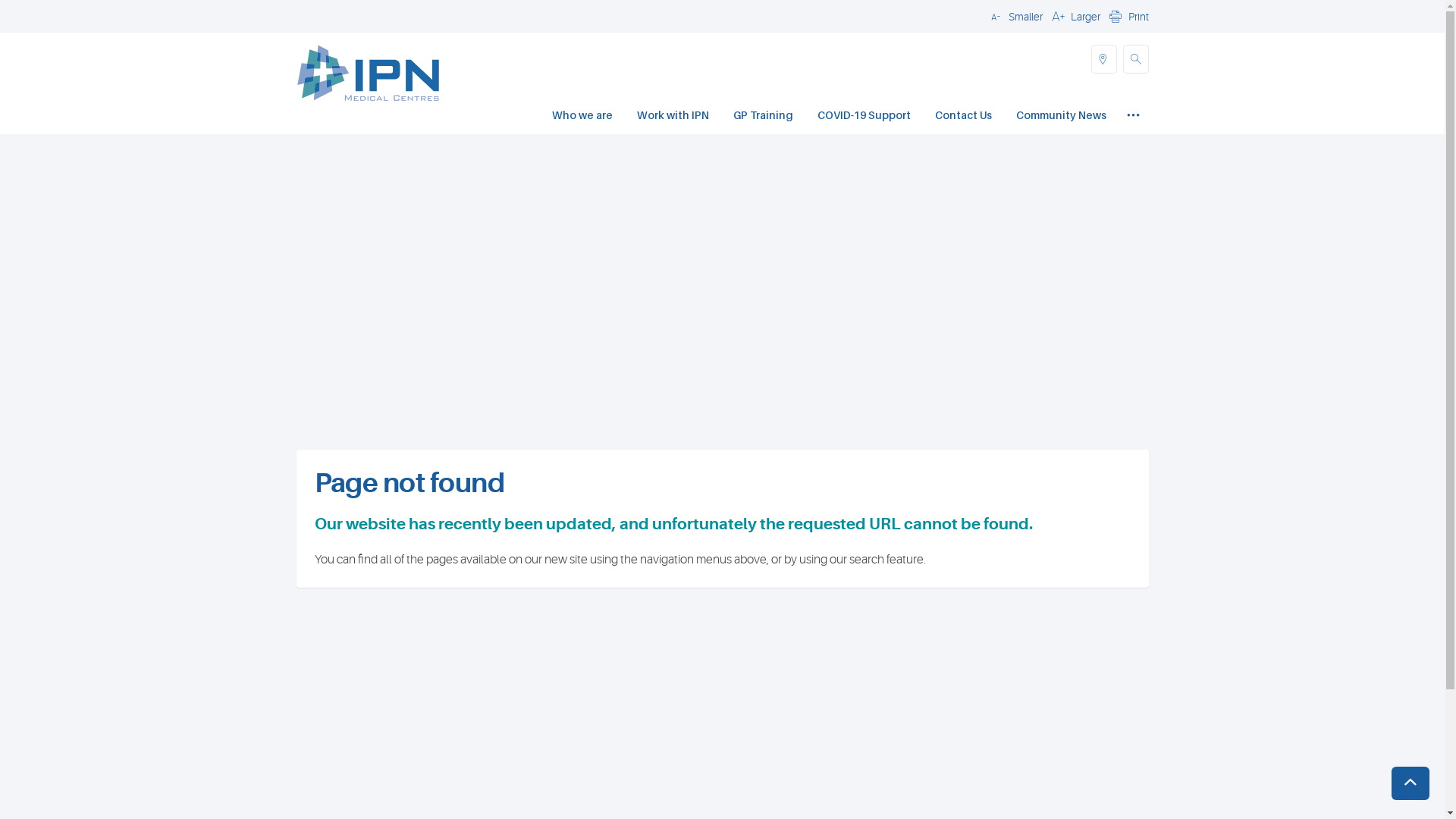  What do you see at coordinates (817, 116) in the screenshot?
I see `'COVID-19 Support'` at bounding box center [817, 116].